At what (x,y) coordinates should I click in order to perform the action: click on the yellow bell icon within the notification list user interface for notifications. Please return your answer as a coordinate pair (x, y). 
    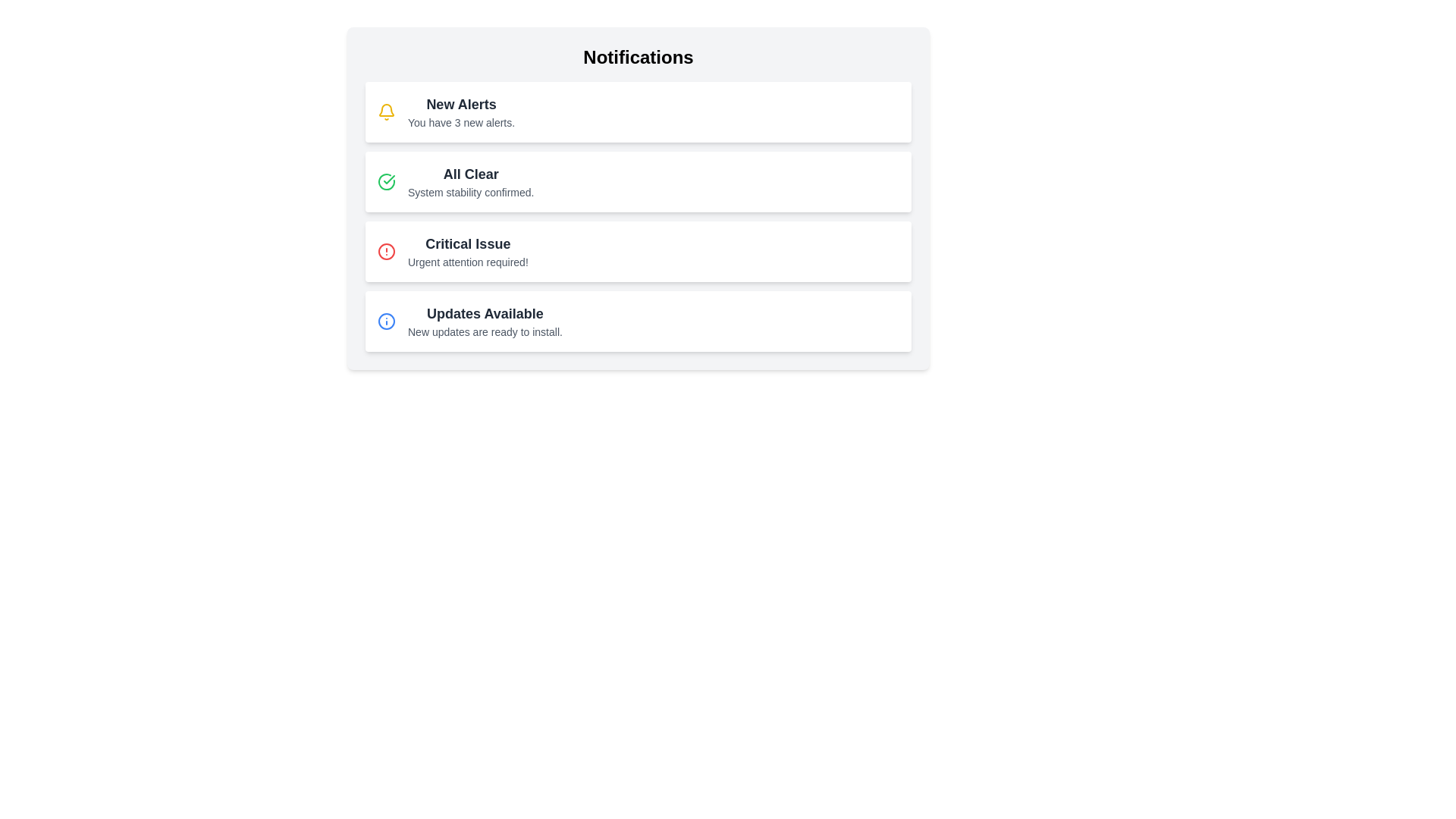
    Looking at the image, I should click on (386, 109).